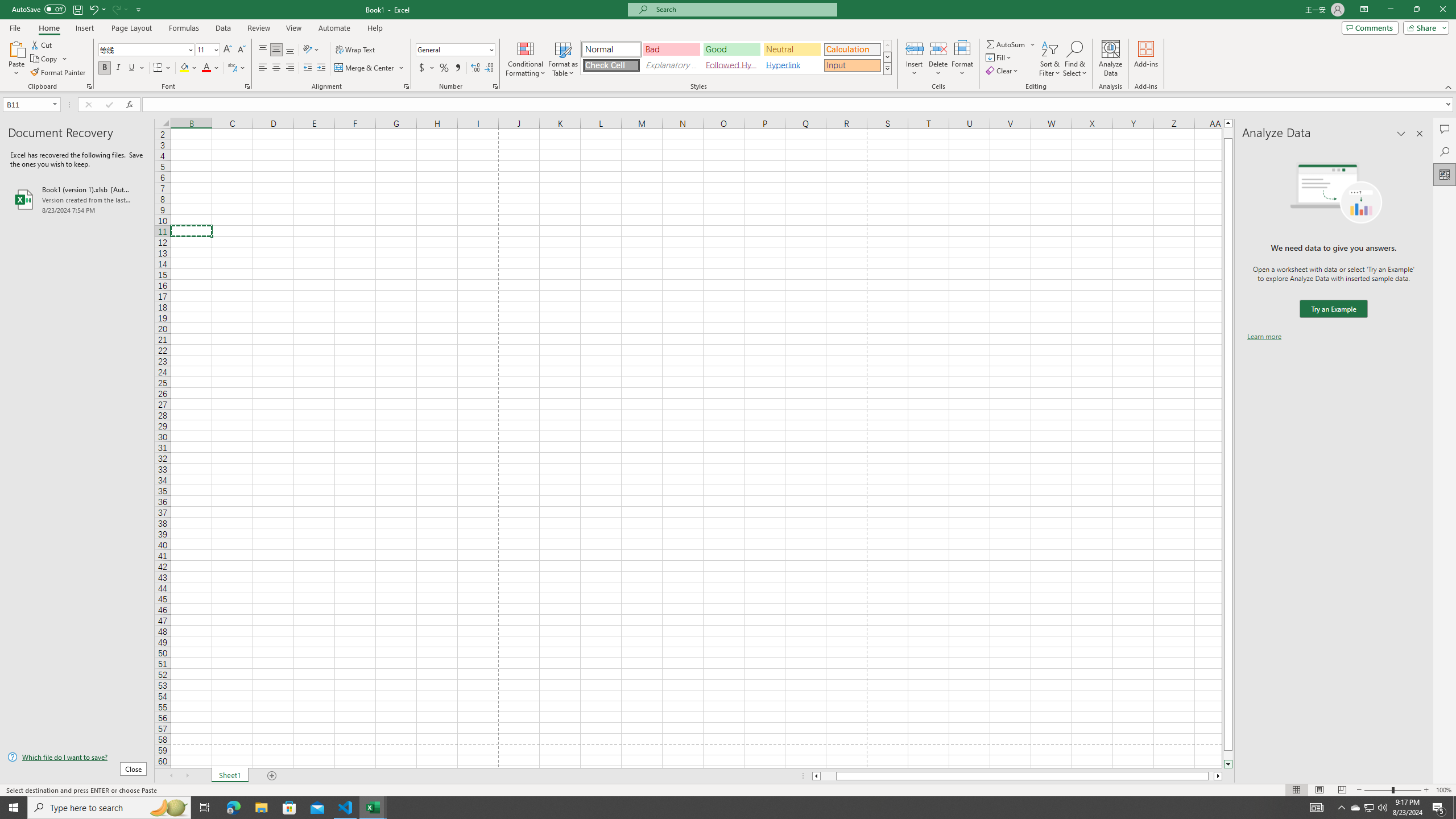 The image size is (1456, 819). What do you see at coordinates (1228, 133) in the screenshot?
I see `'Page up'` at bounding box center [1228, 133].